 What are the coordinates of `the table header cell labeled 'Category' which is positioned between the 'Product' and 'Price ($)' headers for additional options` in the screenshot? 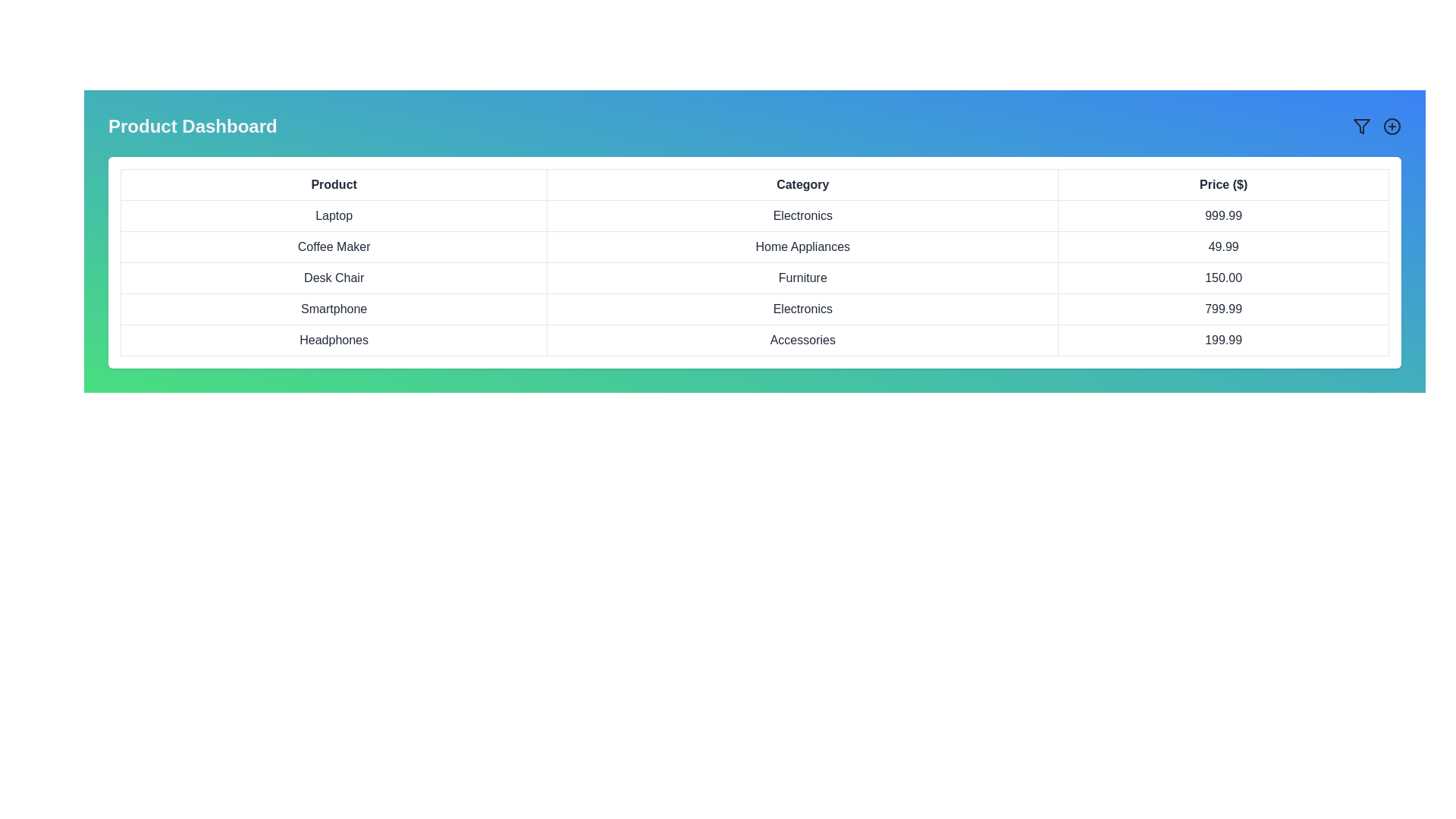 It's located at (802, 184).